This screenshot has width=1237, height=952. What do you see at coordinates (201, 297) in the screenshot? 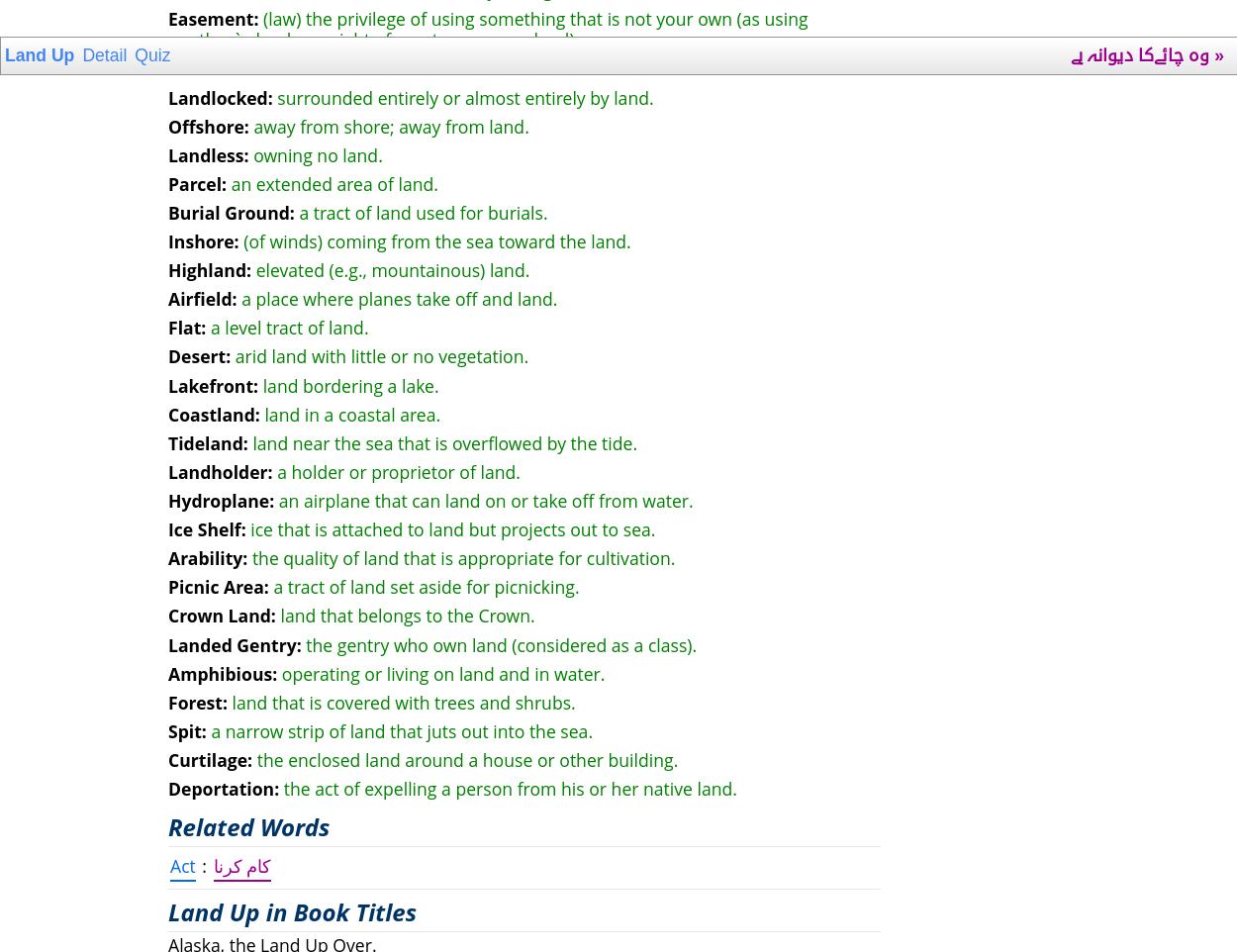
I see `'Airfield:'` at bounding box center [201, 297].